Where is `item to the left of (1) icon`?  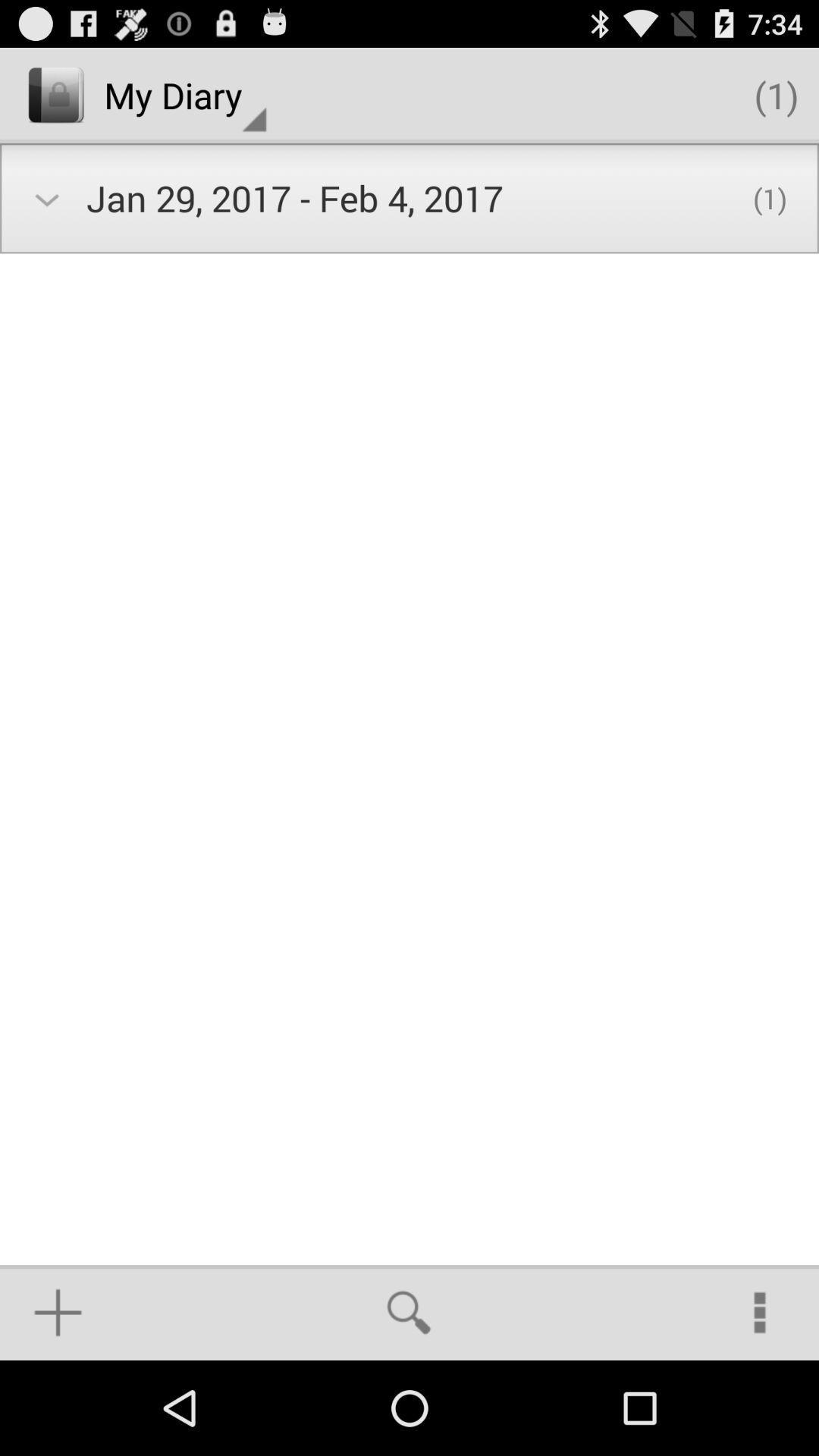
item to the left of (1) icon is located at coordinates (184, 94).